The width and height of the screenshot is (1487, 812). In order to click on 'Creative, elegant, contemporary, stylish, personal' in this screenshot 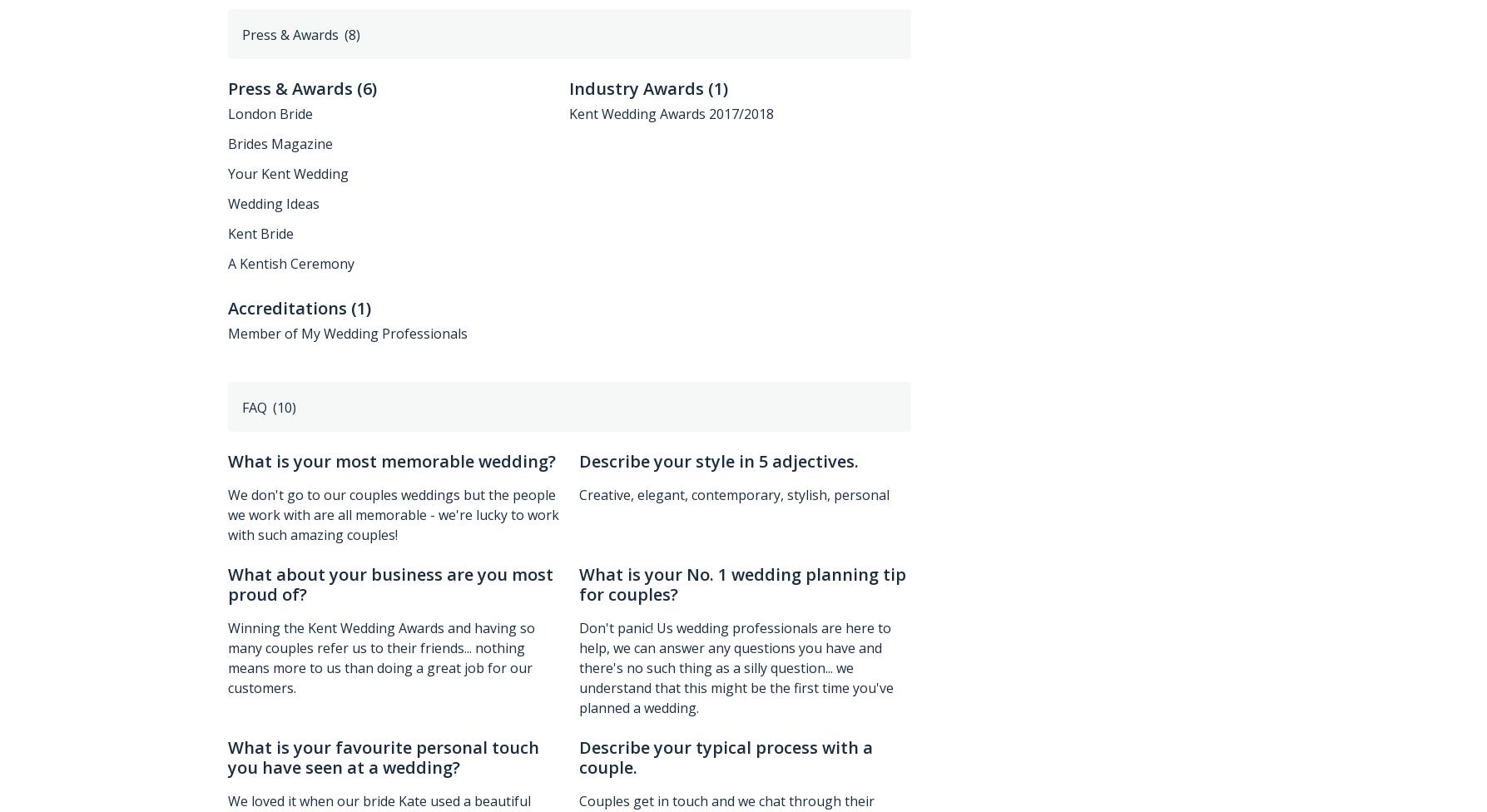, I will do `click(734, 494)`.